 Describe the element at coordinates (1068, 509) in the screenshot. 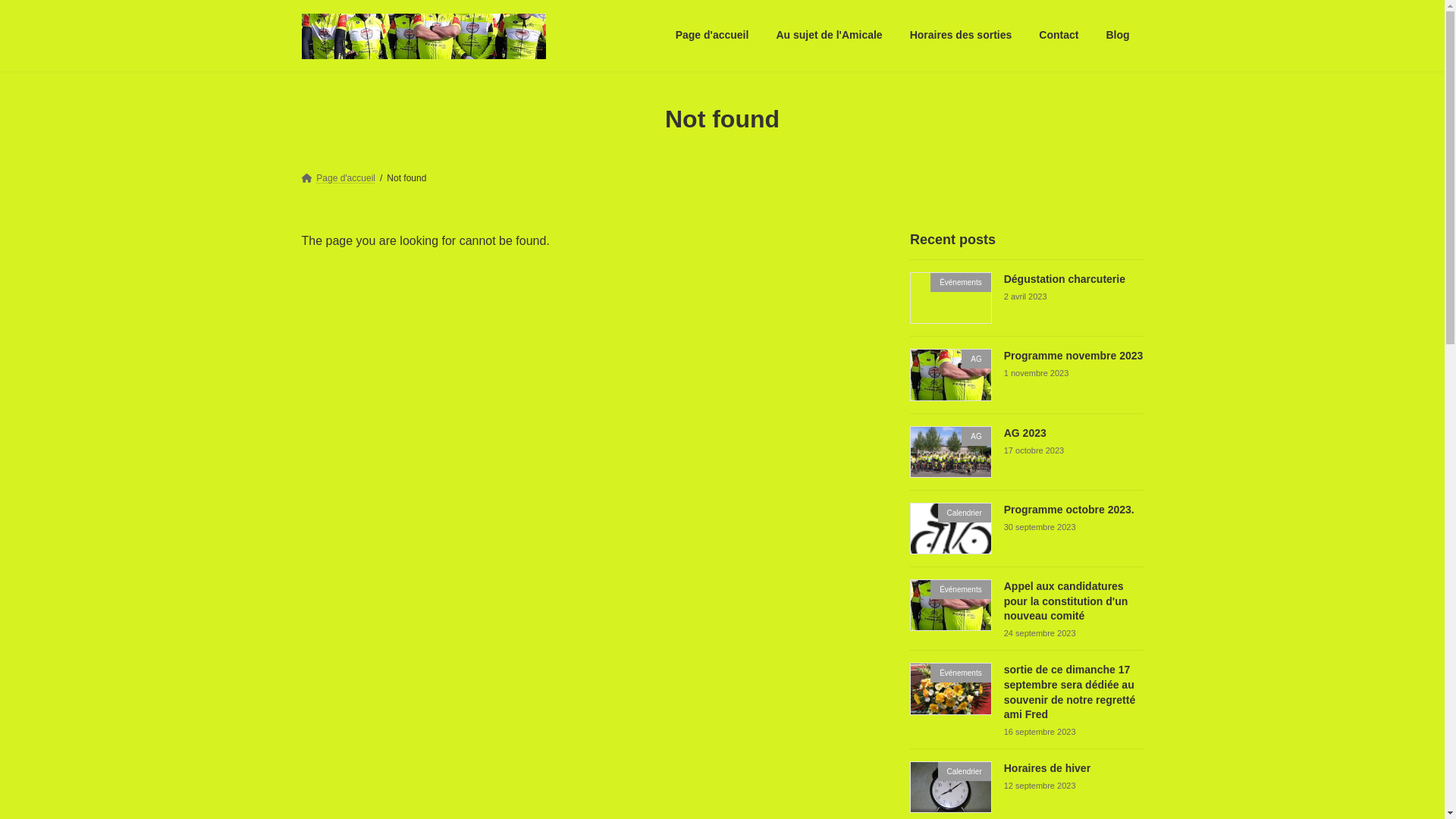

I see `'Programme octobre 2023.'` at that location.